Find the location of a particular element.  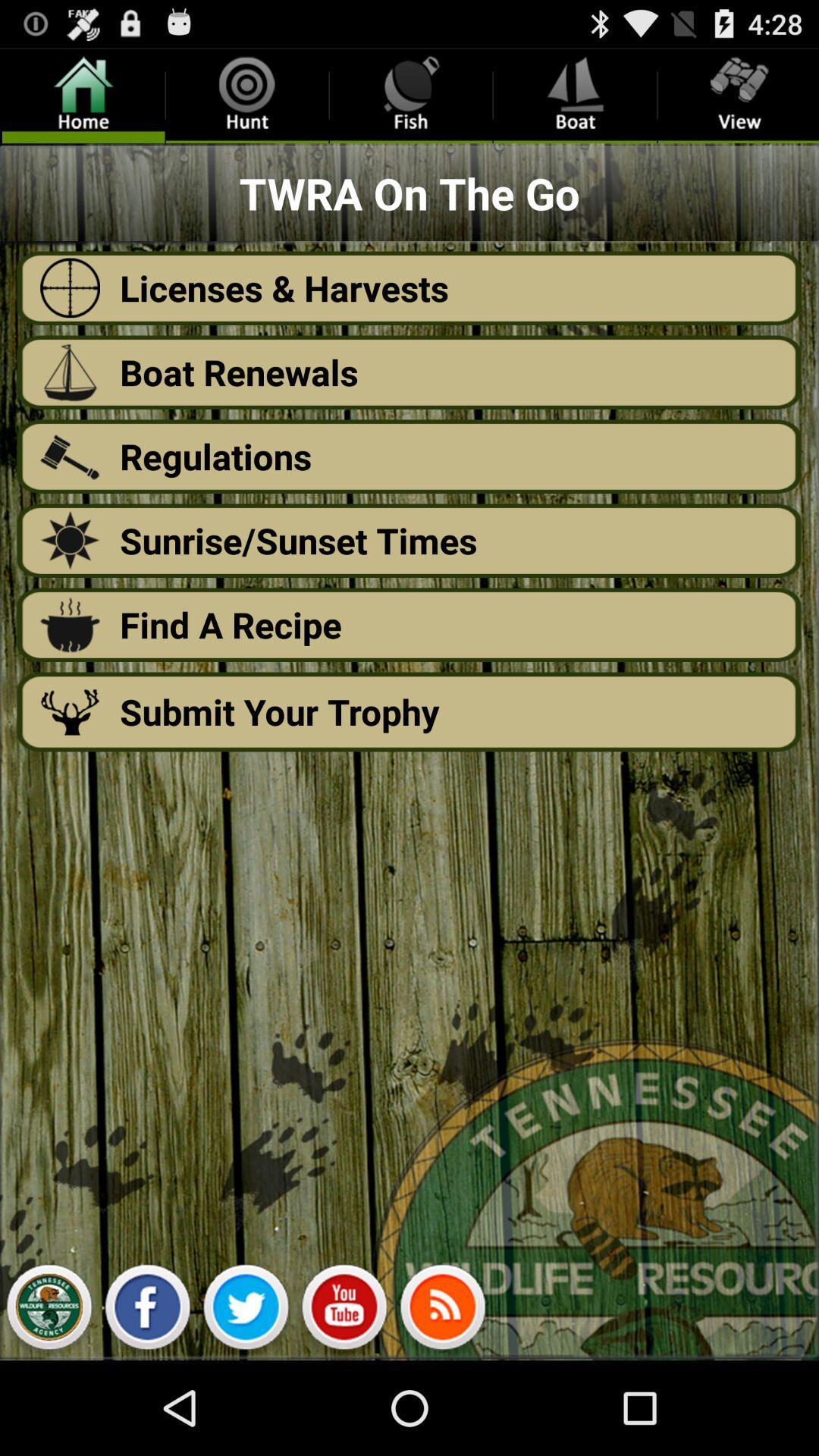

the twitter icon is located at coordinates (245, 1402).